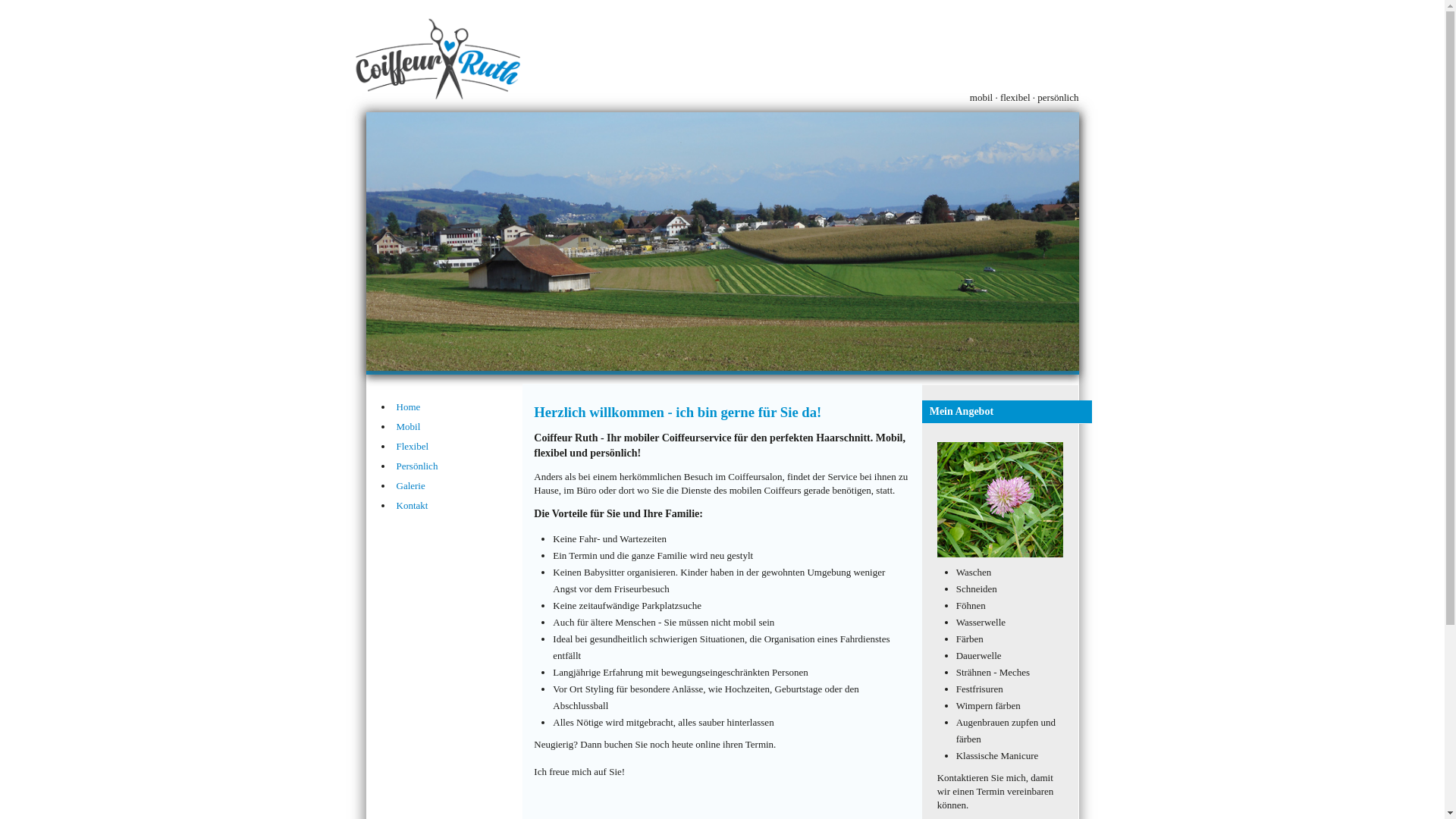 The height and width of the screenshot is (819, 1456). Describe the element at coordinates (458, 427) in the screenshot. I see `'Mobil'` at that location.